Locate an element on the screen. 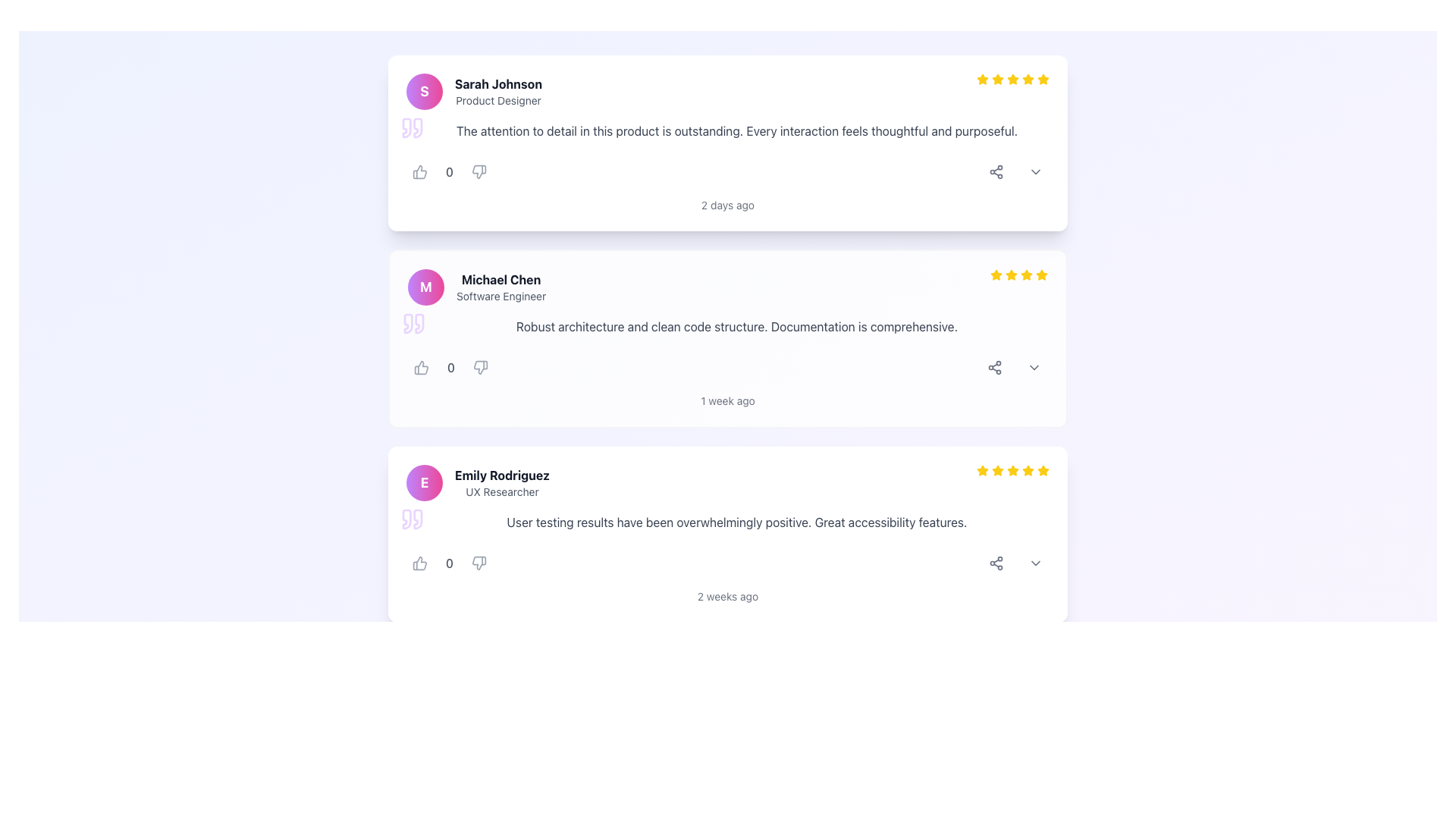 This screenshot has width=1456, height=819. the fourth star icon in the rating component of Sarah Johnson's review card is located at coordinates (1012, 79).